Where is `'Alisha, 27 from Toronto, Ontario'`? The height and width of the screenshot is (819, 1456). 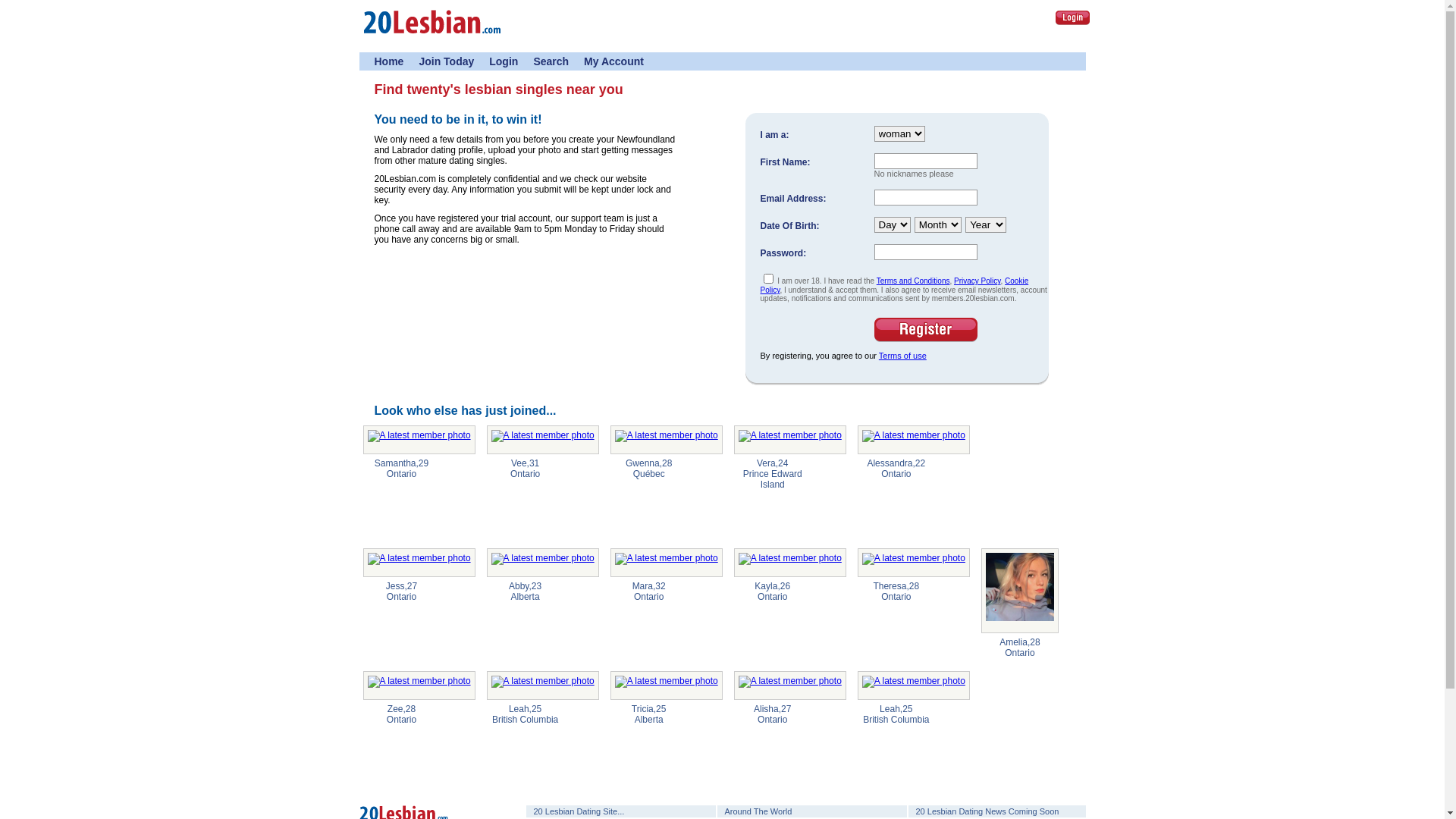 'Alisha, 27 from Toronto, Ontario' is located at coordinates (789, 685).